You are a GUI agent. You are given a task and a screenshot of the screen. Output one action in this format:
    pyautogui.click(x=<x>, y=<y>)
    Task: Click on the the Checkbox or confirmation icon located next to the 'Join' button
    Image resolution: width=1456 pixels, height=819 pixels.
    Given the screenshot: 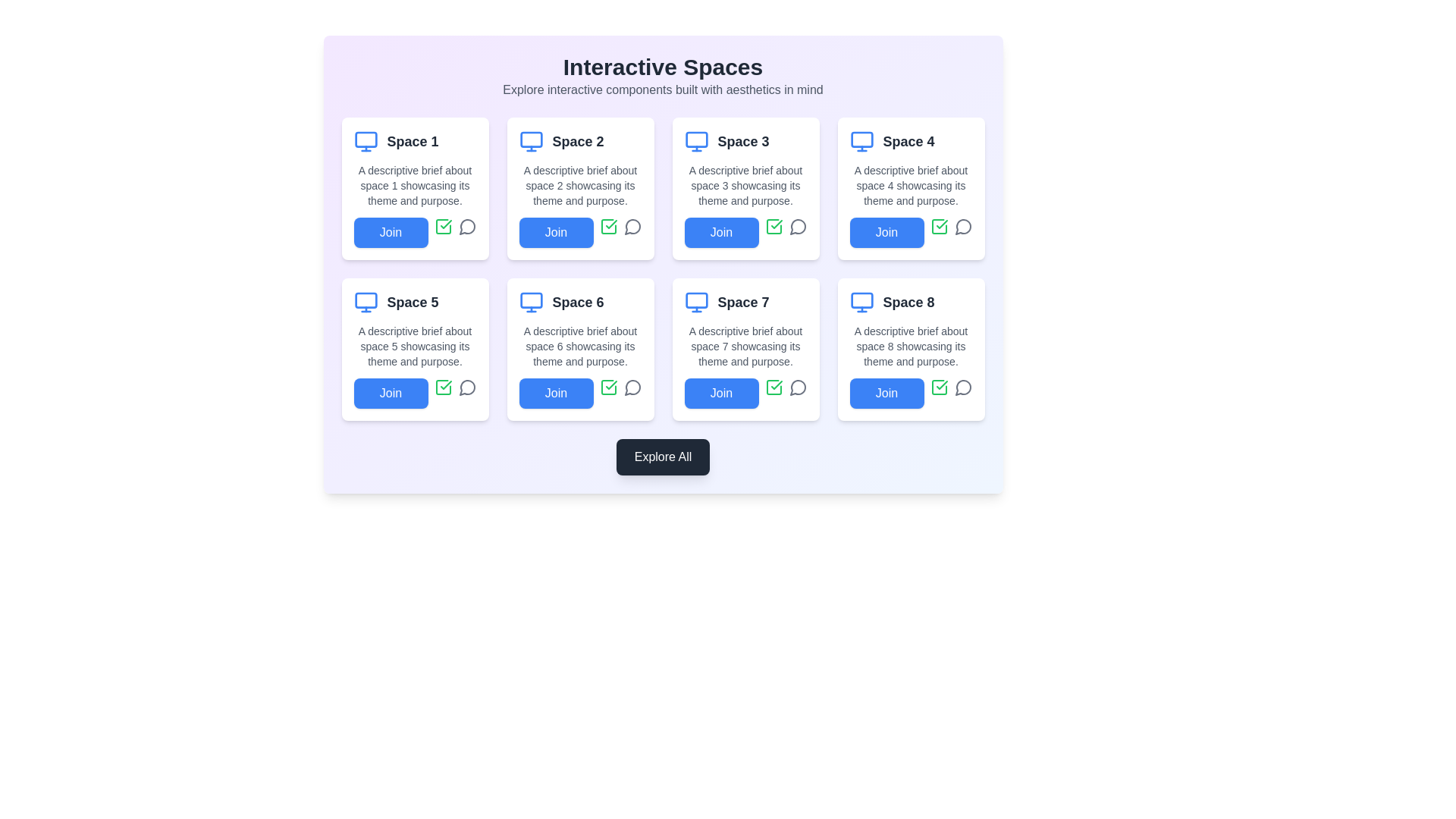 What is the action you would take?
    pyautogui.click(x=773, y=386)
    